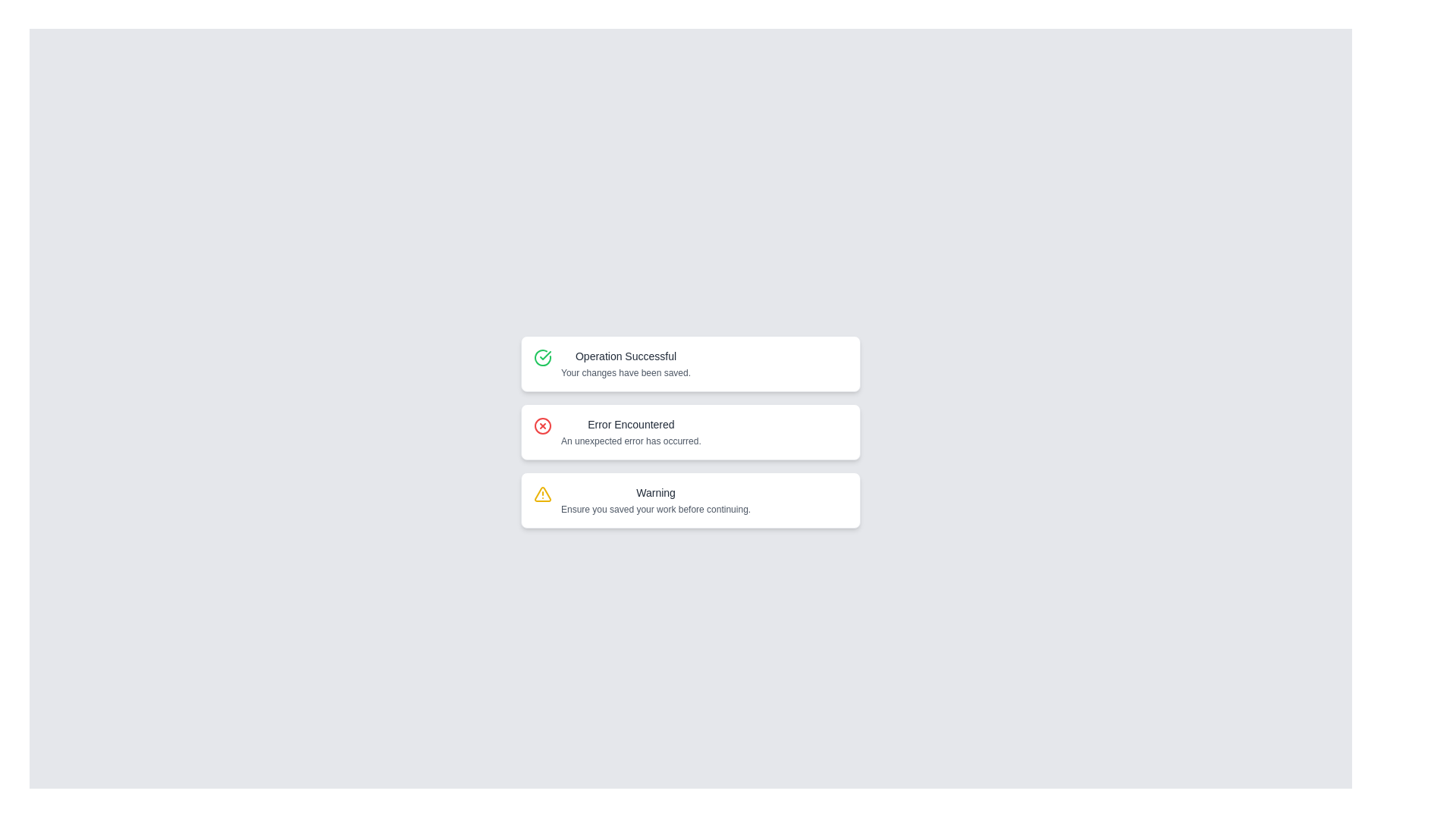 Image resolution: width=1456 pixels, height=819 pixels. Describe the element at coordinates (626, 373) in the screenshot. I see `text label displaying the message 'Your changes have been saved.' which is styled in a small gray font and located below the 'Operation Successful' text in the notification card` at that location.